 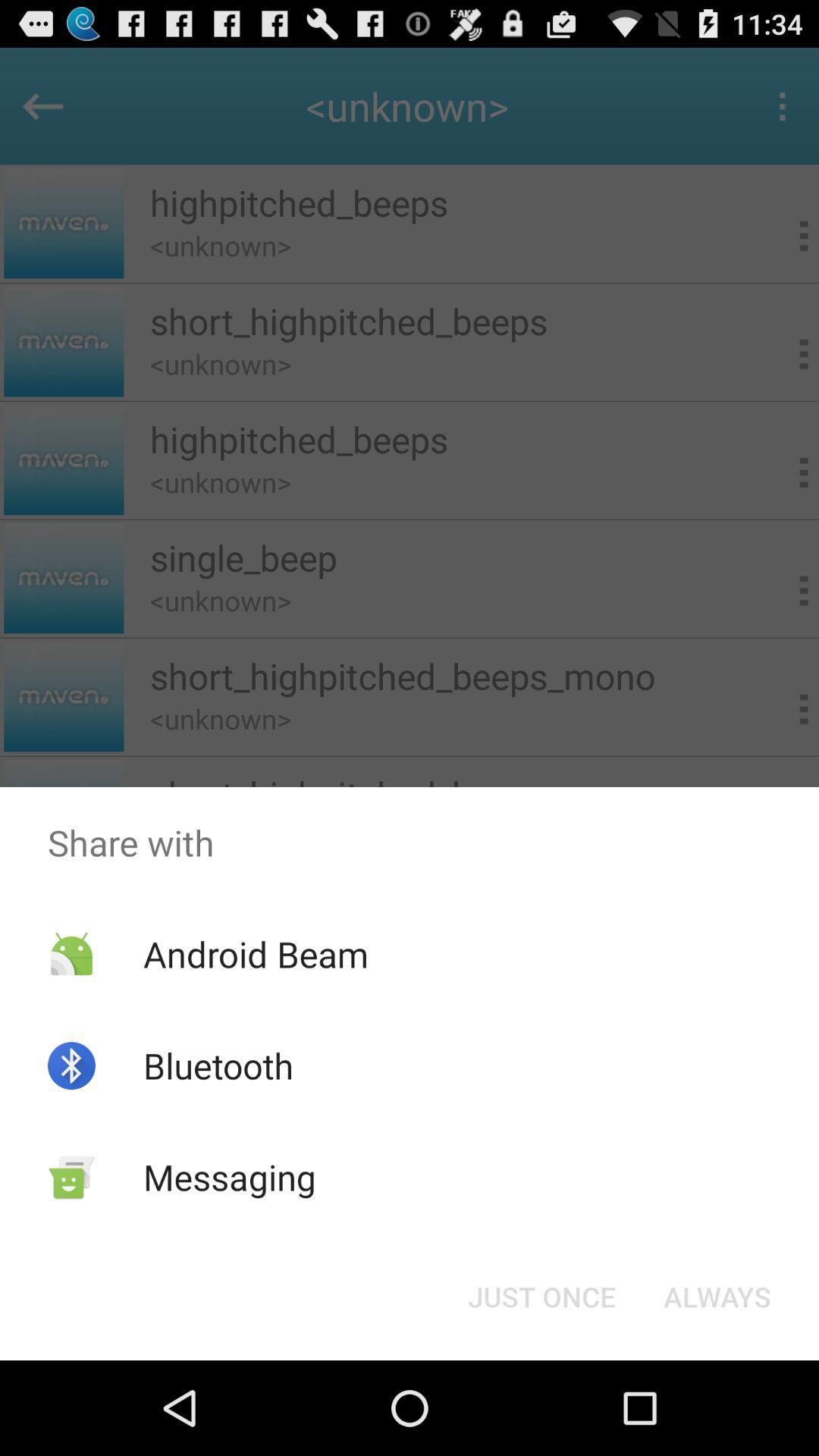 I want to click on item below the android beam icon, so click(x=218, y=1065).